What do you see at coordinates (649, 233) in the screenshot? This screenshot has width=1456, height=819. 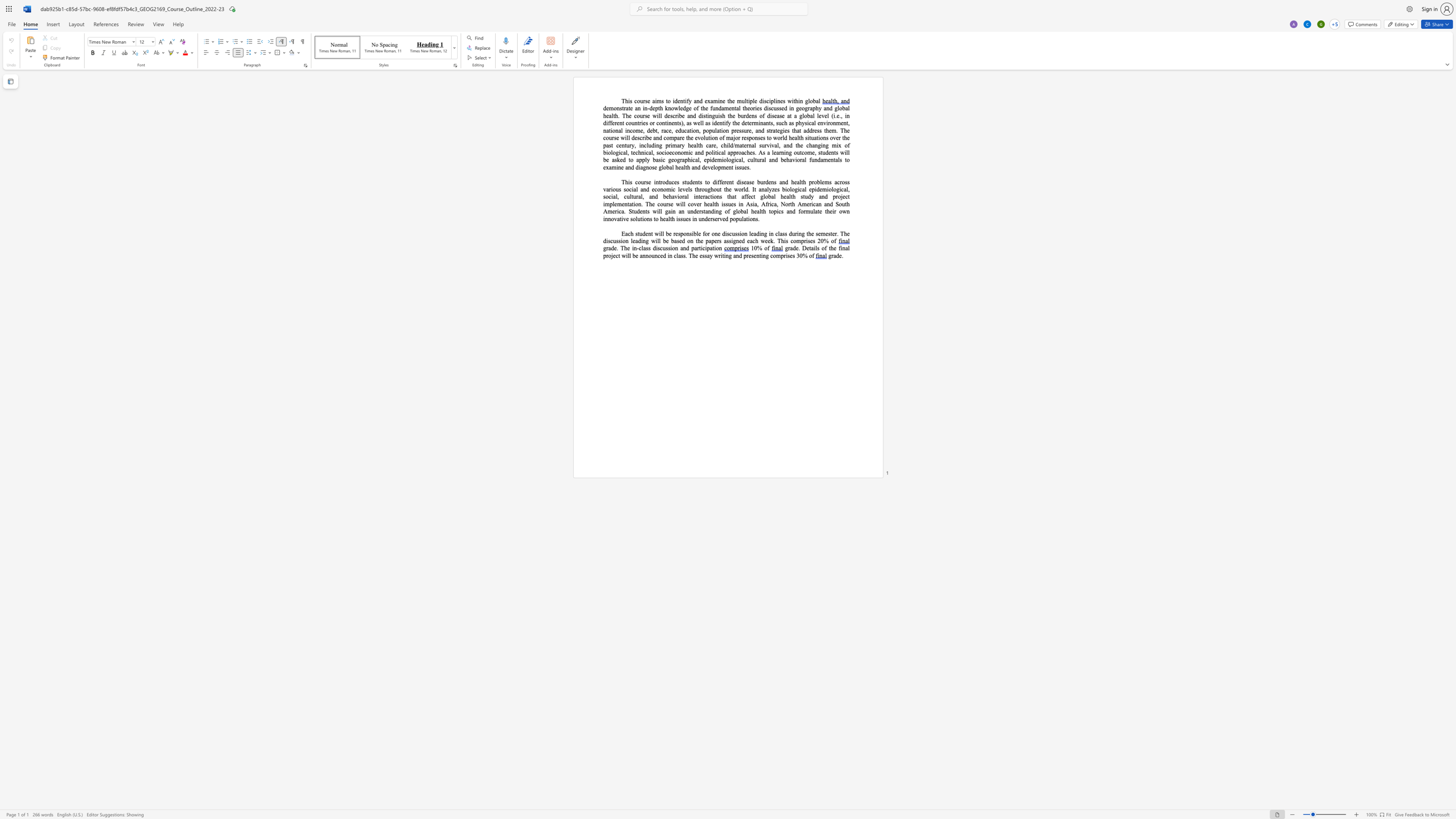 I see `the 1th character "n" in the text` at bounding box center [649, 233].